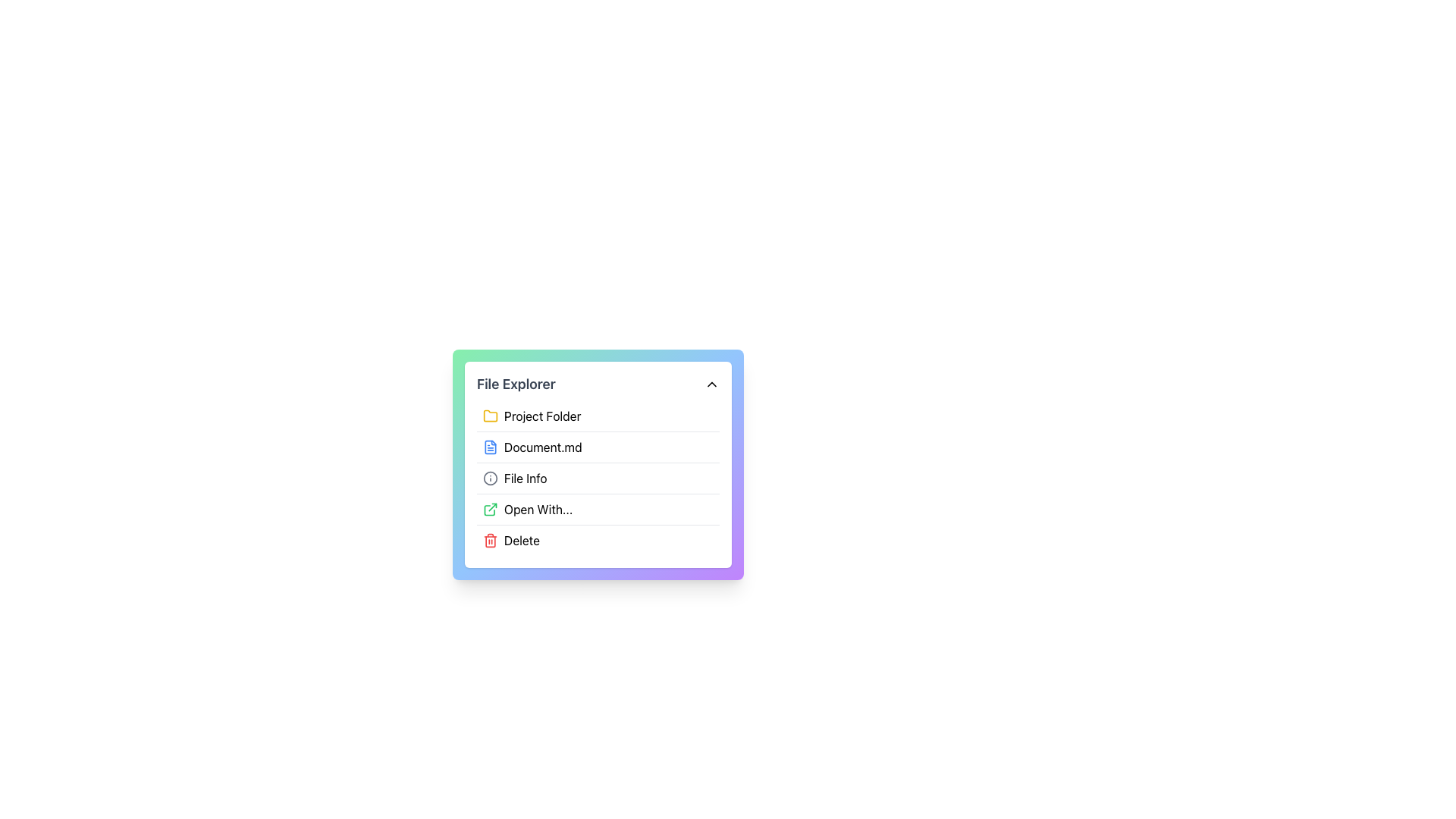 This screenshot has height=819, width=1456. What do you see at coordinates (542, 447) in the screenshot?
I see `the 'Document.md' text label in the 'File Explorer' pop-up menu` at bounding box center [542, 447].